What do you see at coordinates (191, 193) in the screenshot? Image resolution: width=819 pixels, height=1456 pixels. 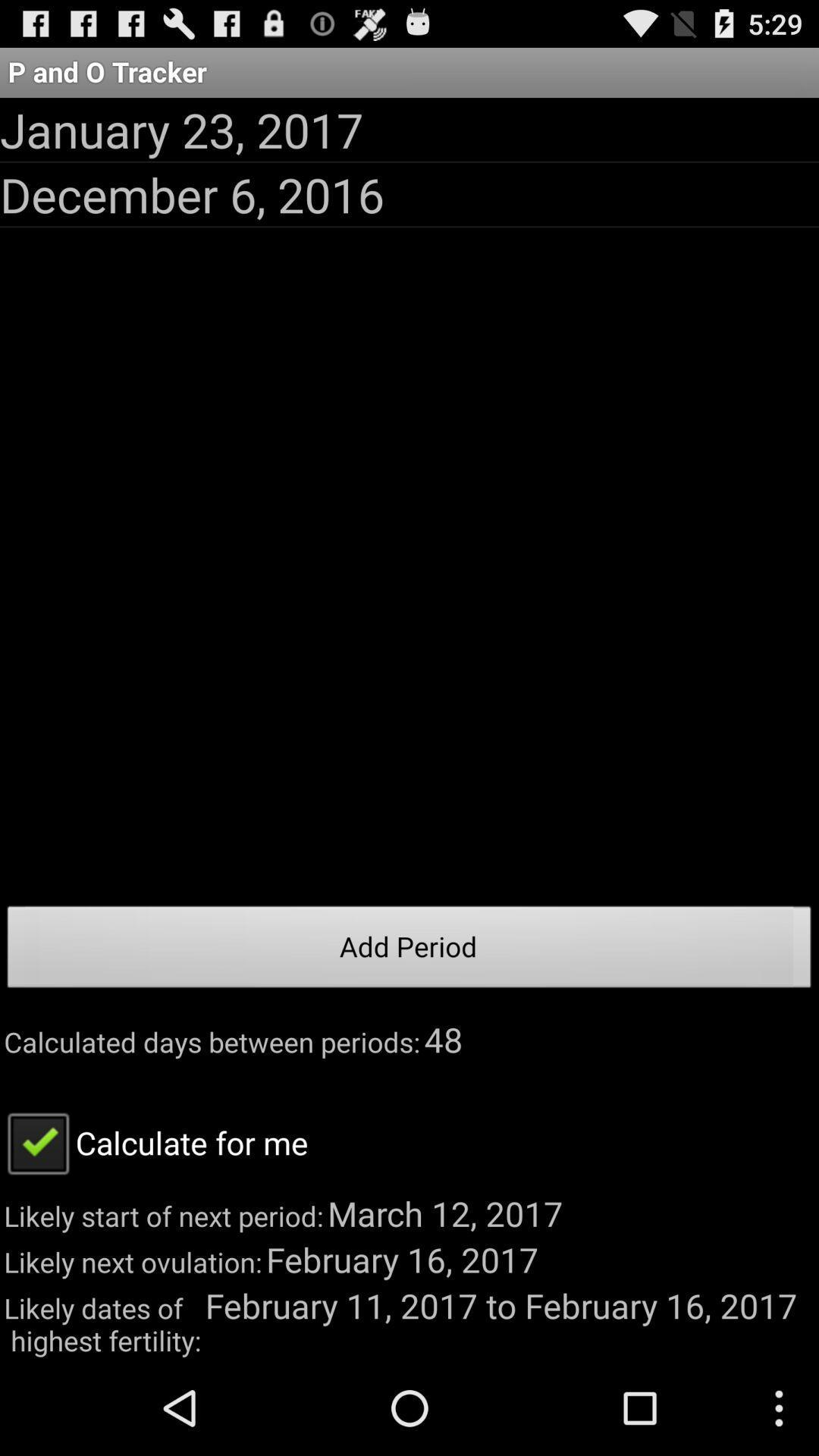 I see `icon above the add period` at bounding box center [191, 193].